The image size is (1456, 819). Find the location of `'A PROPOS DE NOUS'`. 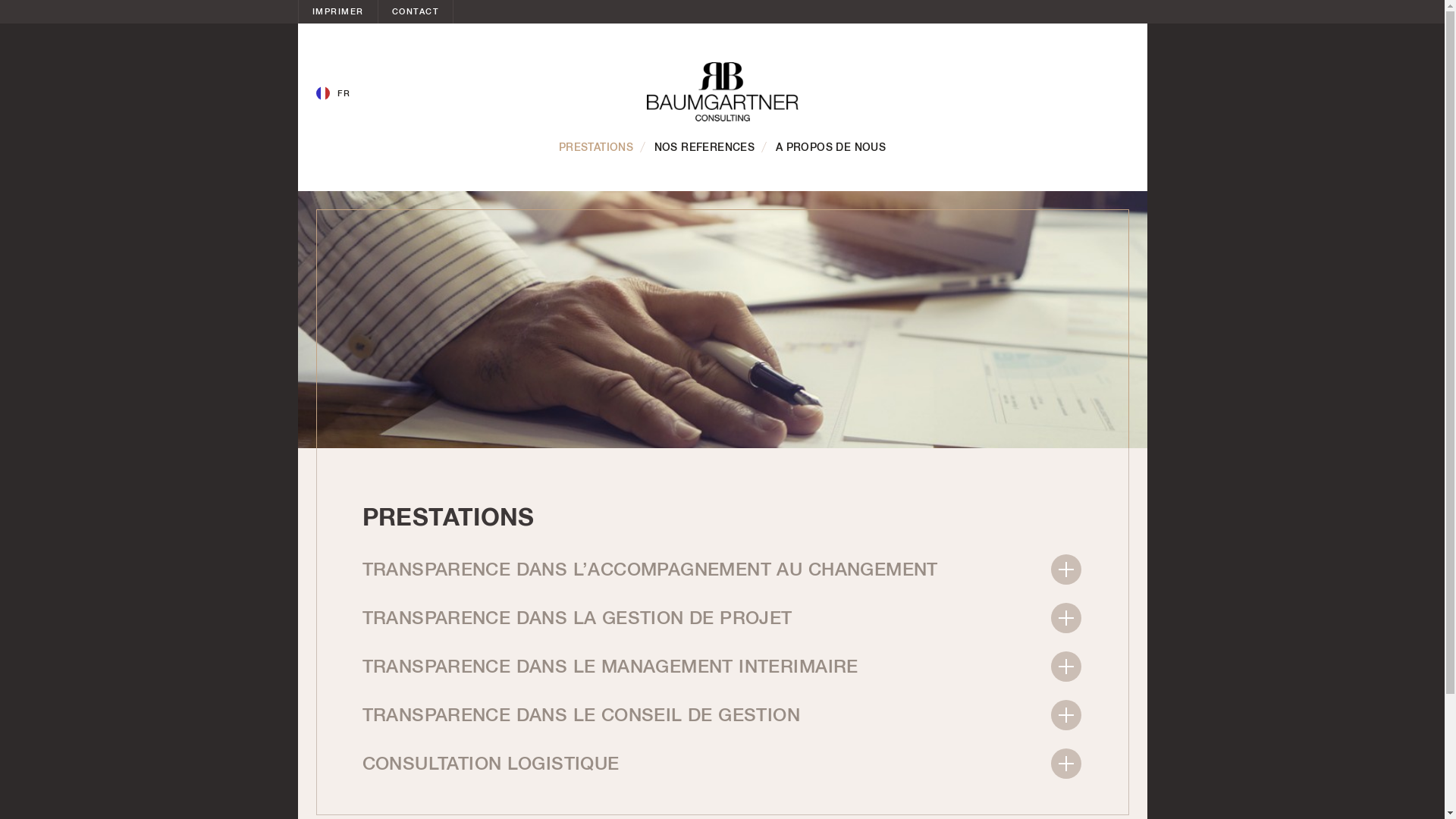

'A PROPOS DE NOUS' is located at coordinates (830, 148).